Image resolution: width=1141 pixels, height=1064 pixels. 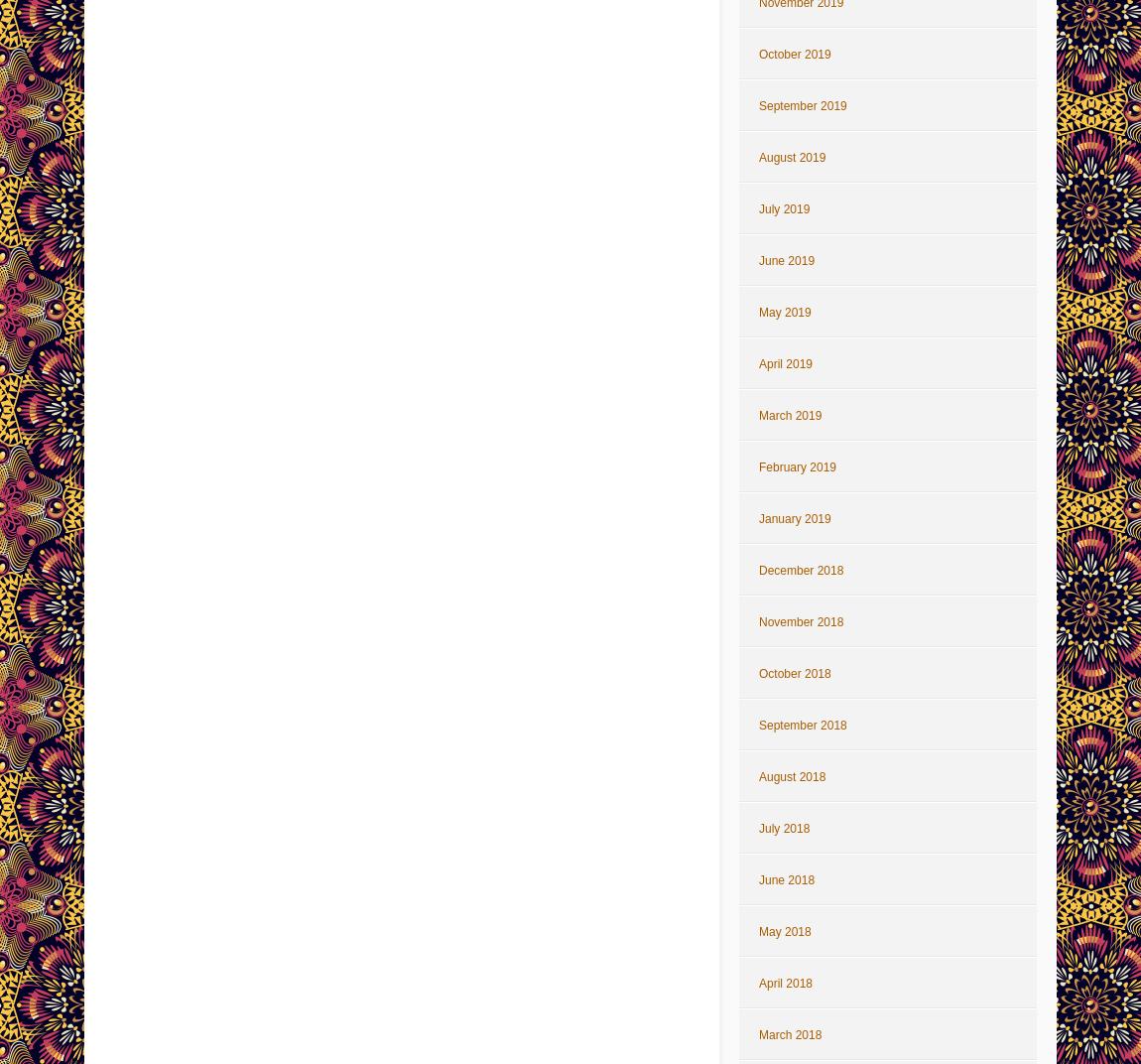 I want to click on 'January 2019', so click(x=793, y=519).